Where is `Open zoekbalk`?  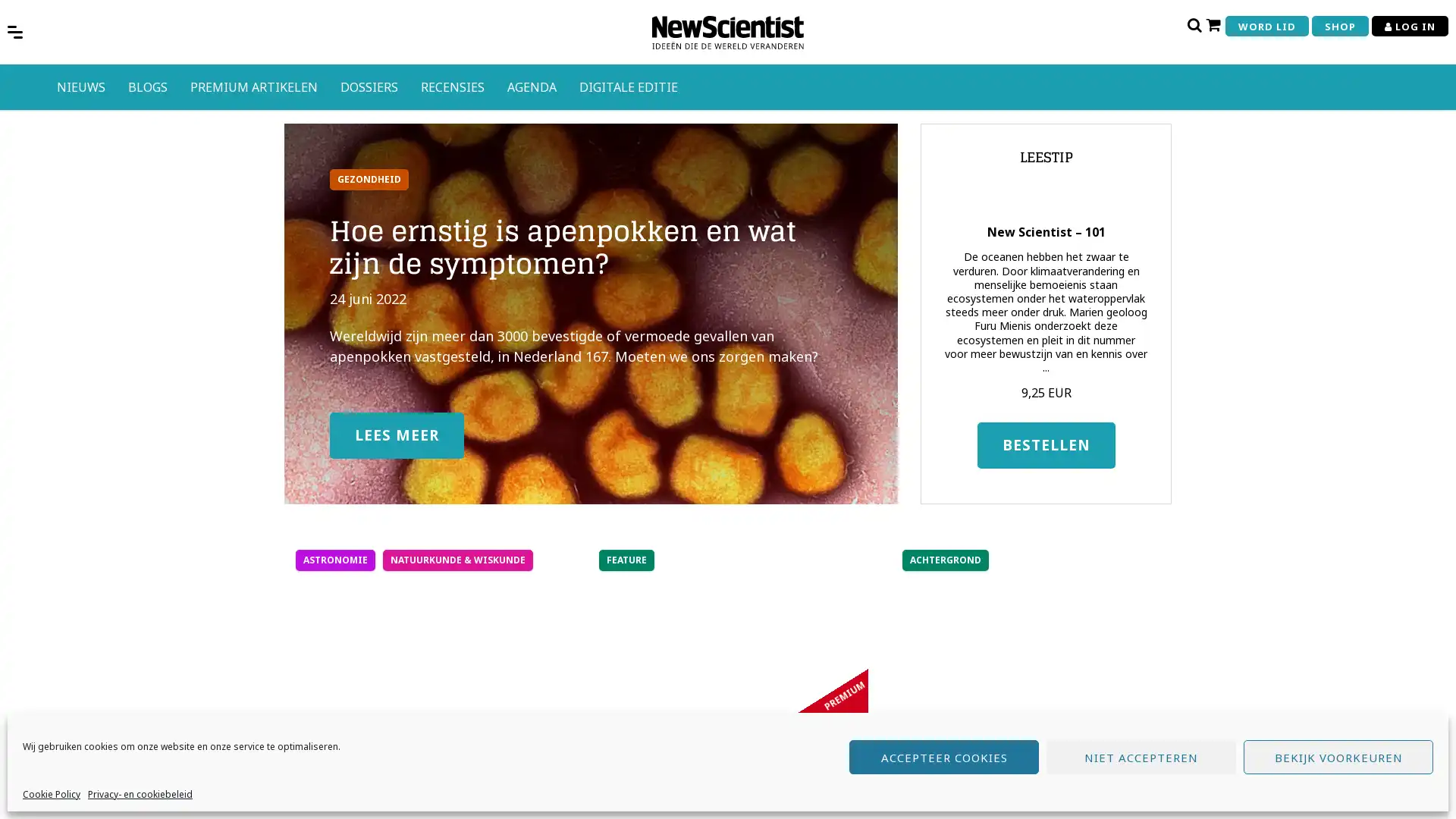
Open zoekbalk is located at coordinates (1193, 24).